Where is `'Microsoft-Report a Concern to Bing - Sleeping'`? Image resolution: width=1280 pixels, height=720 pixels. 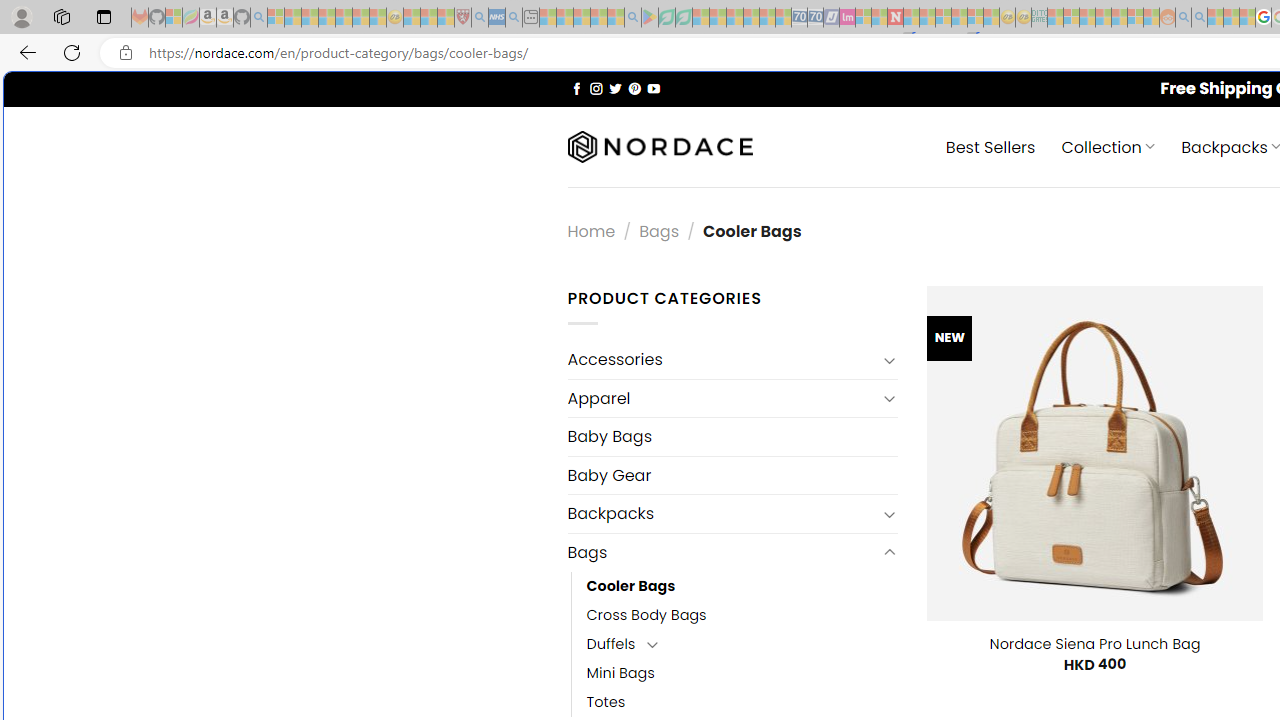
'Microsoft-Report a Concern to Bing - Sleeping' is located at coordinates (174, 17).